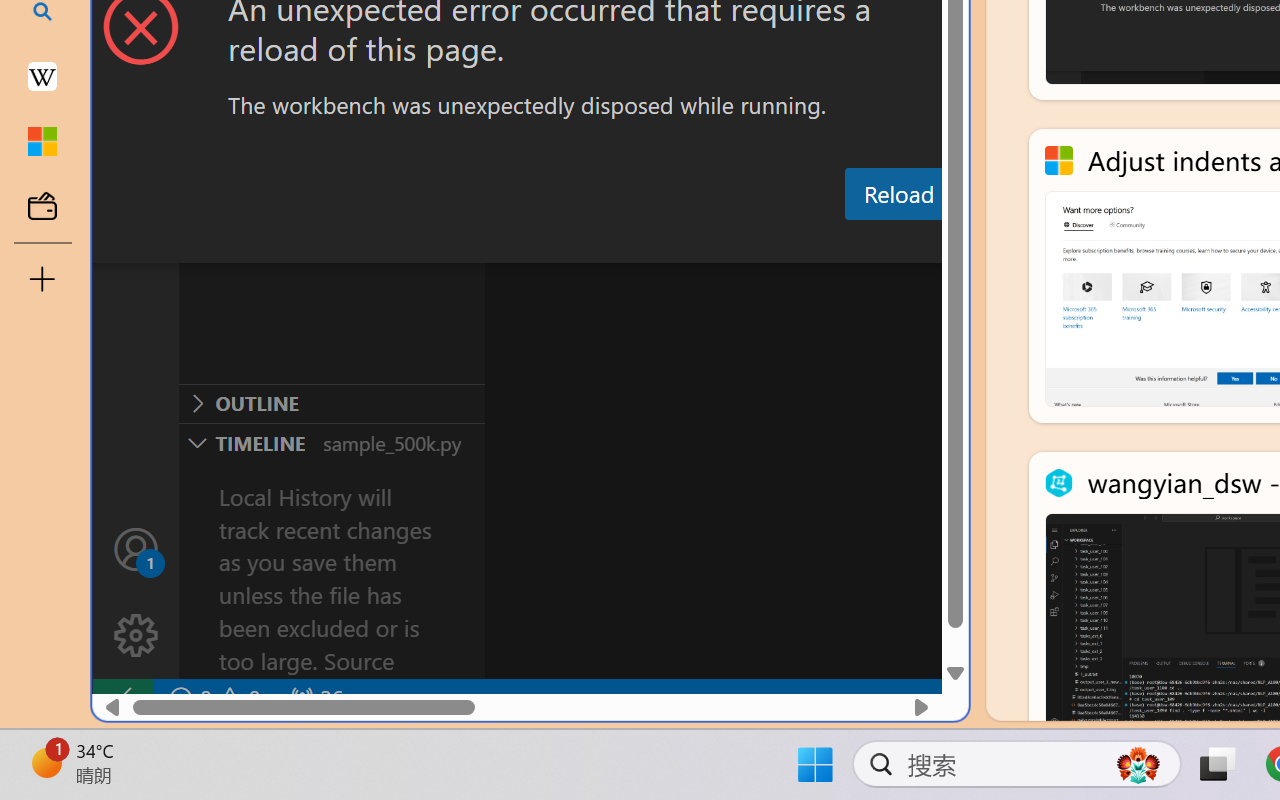 The width and height of the screenshot is (1280, 800). I want to click on 'Accounts - Sign in requested', so click(134, 548).